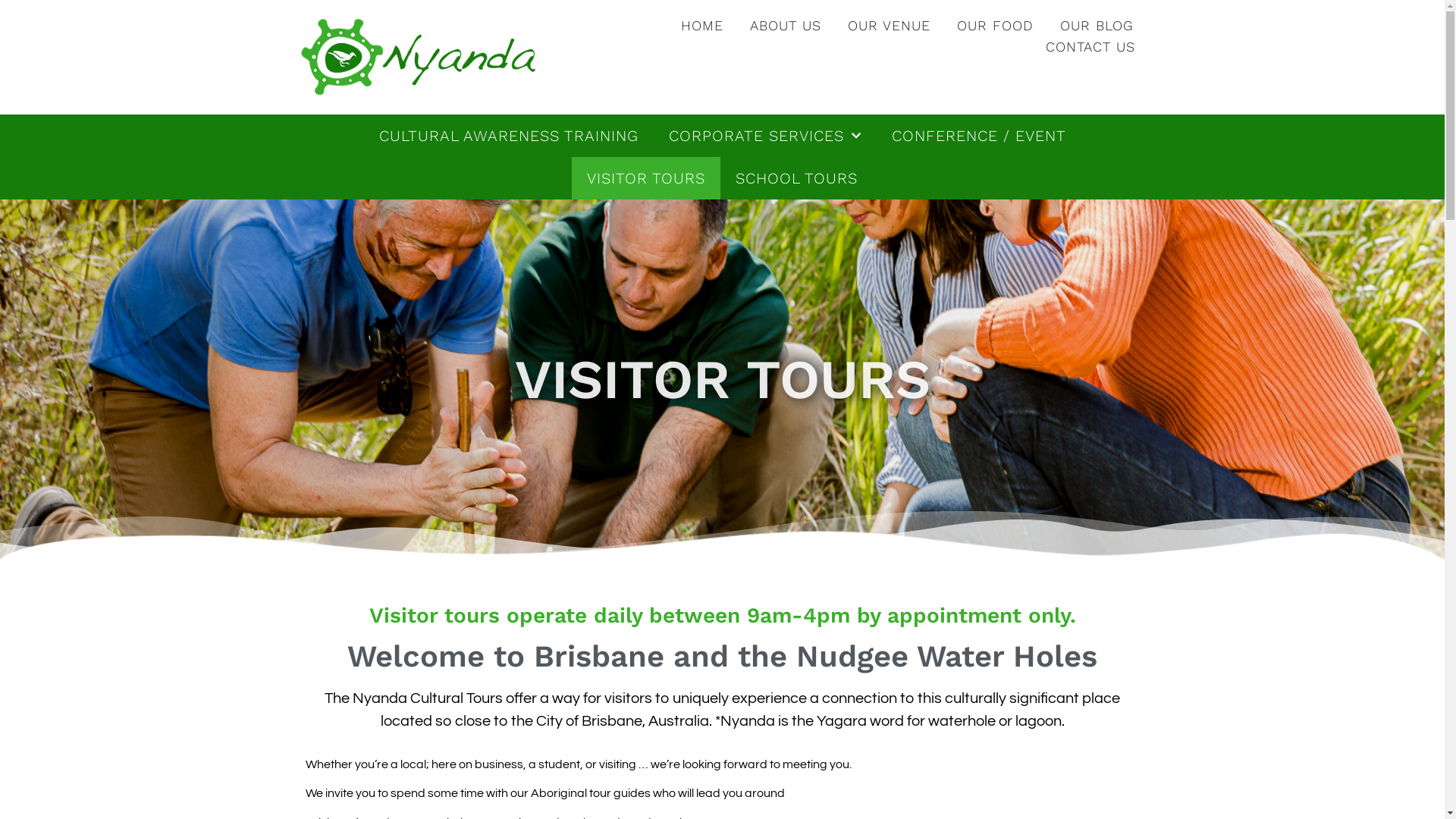  I want to click on 'OUR VENUE', so click(889, 26).